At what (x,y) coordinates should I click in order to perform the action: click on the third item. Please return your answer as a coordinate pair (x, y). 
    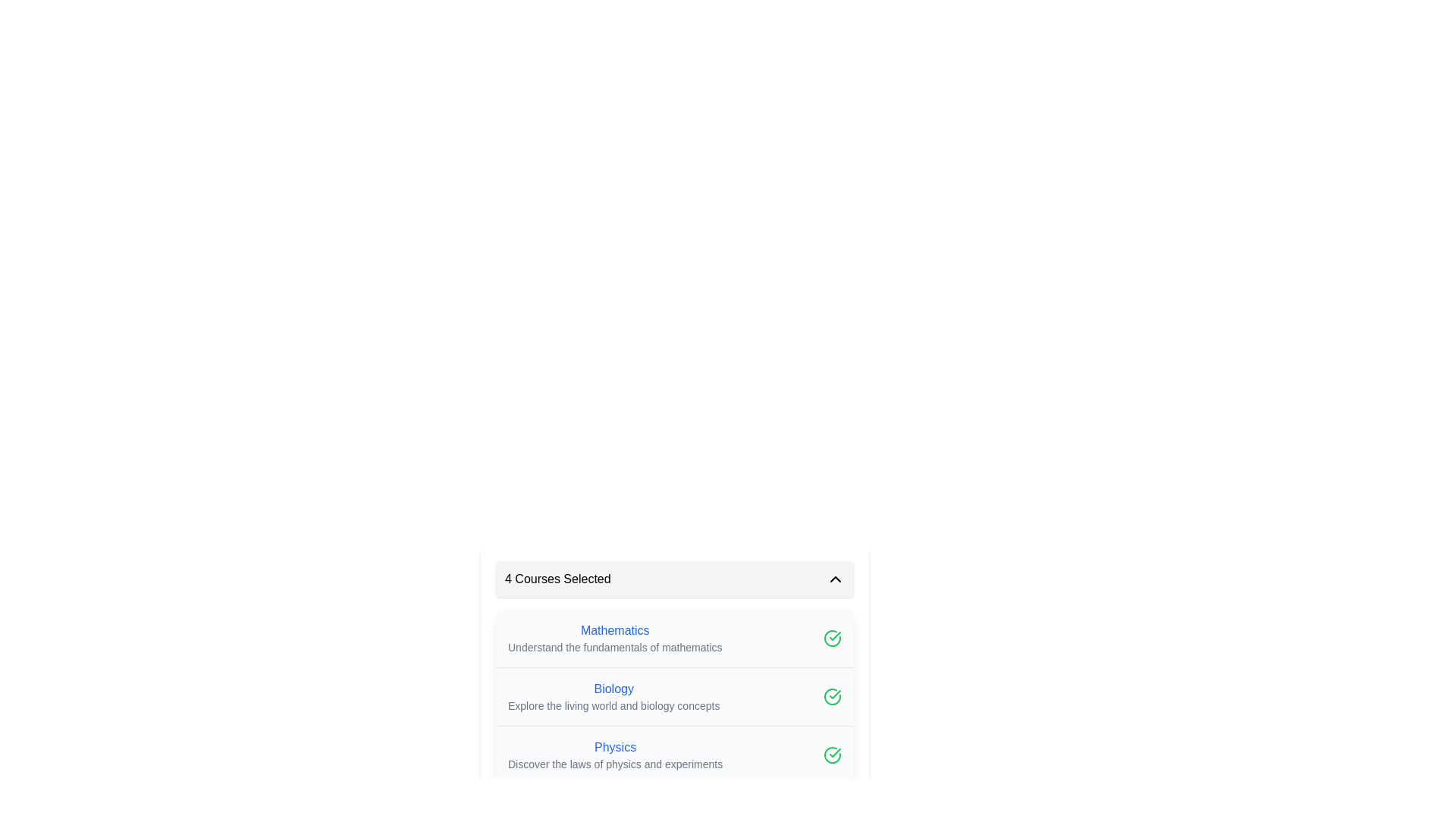
    Looking at the image, I should click on (673, 755).